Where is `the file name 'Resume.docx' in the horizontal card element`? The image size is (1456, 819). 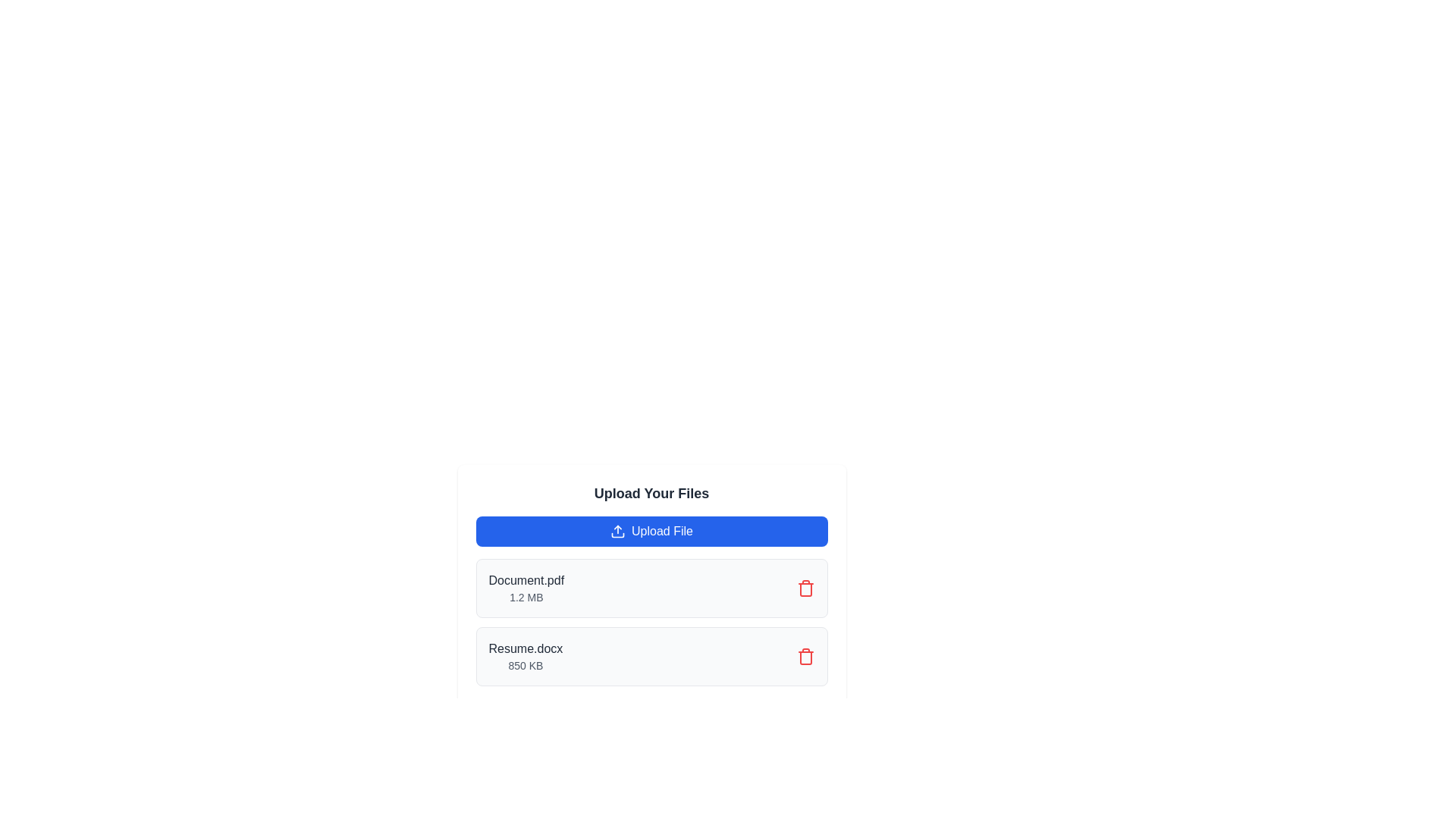
the file name 'Resume.docx' in the horizontal card element is located at coordinates (651, 656).